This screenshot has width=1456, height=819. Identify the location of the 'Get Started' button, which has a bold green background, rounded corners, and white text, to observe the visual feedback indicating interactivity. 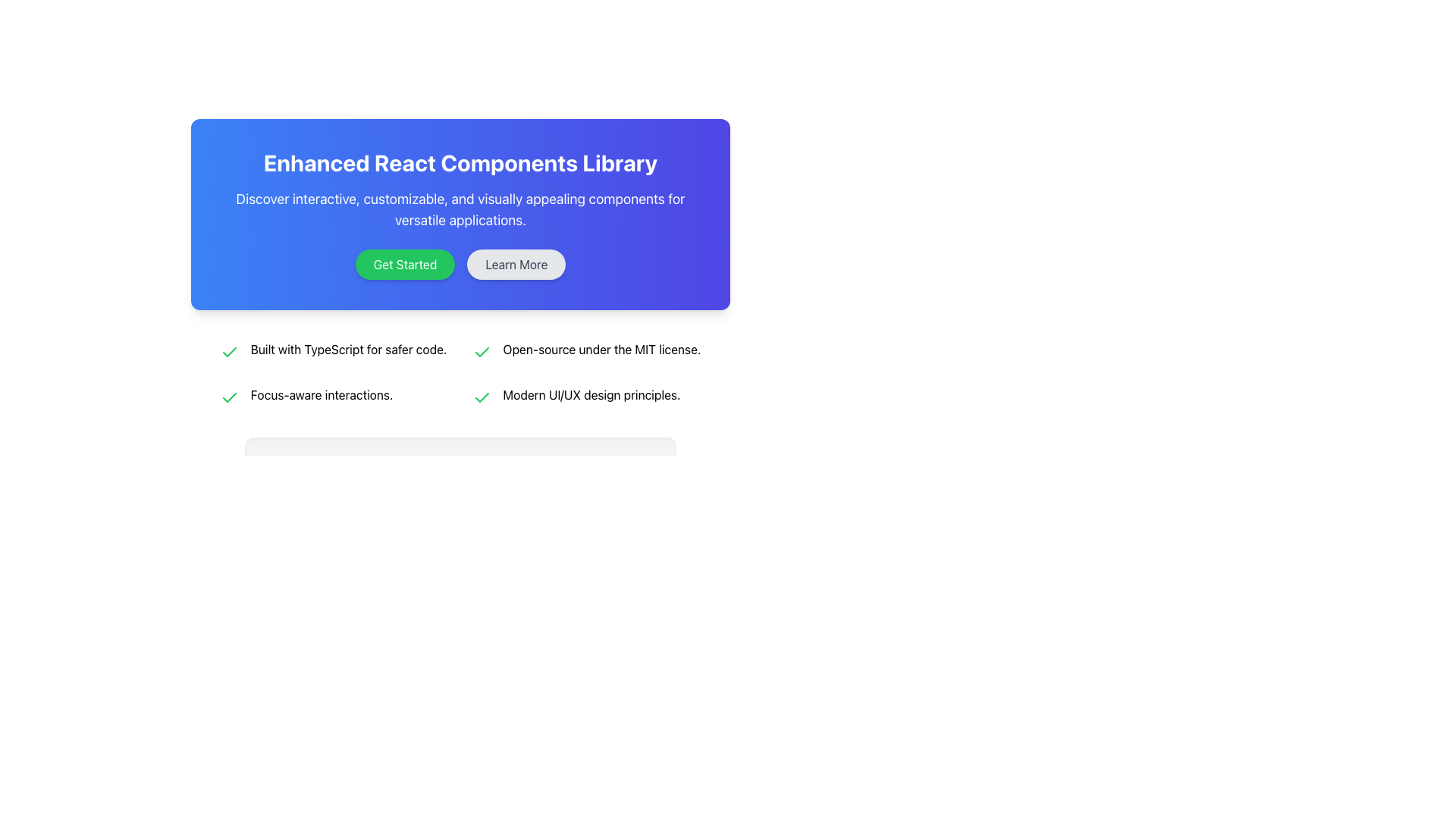
(405, 263).